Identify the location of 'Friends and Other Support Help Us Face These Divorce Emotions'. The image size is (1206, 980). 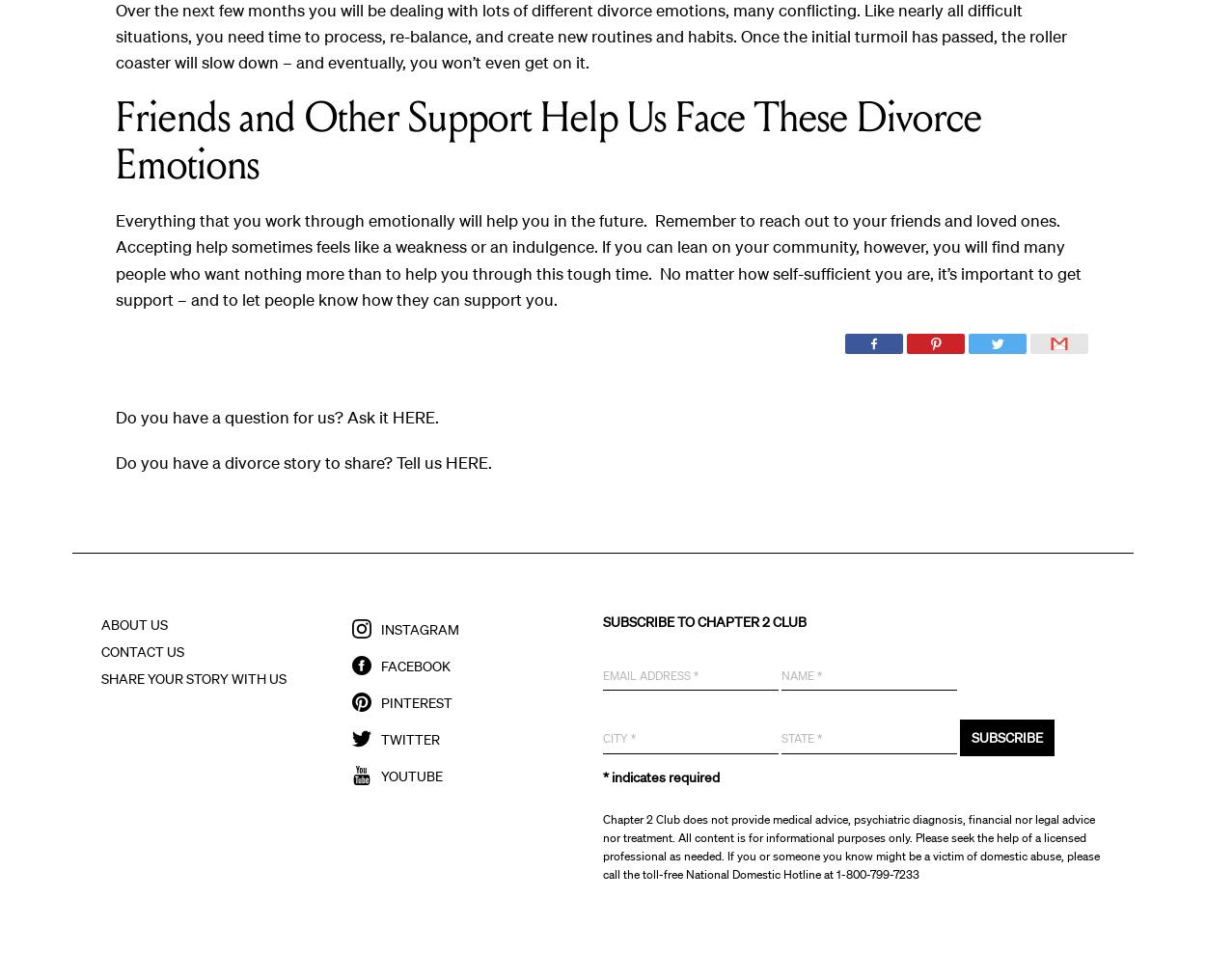
(548, 139).